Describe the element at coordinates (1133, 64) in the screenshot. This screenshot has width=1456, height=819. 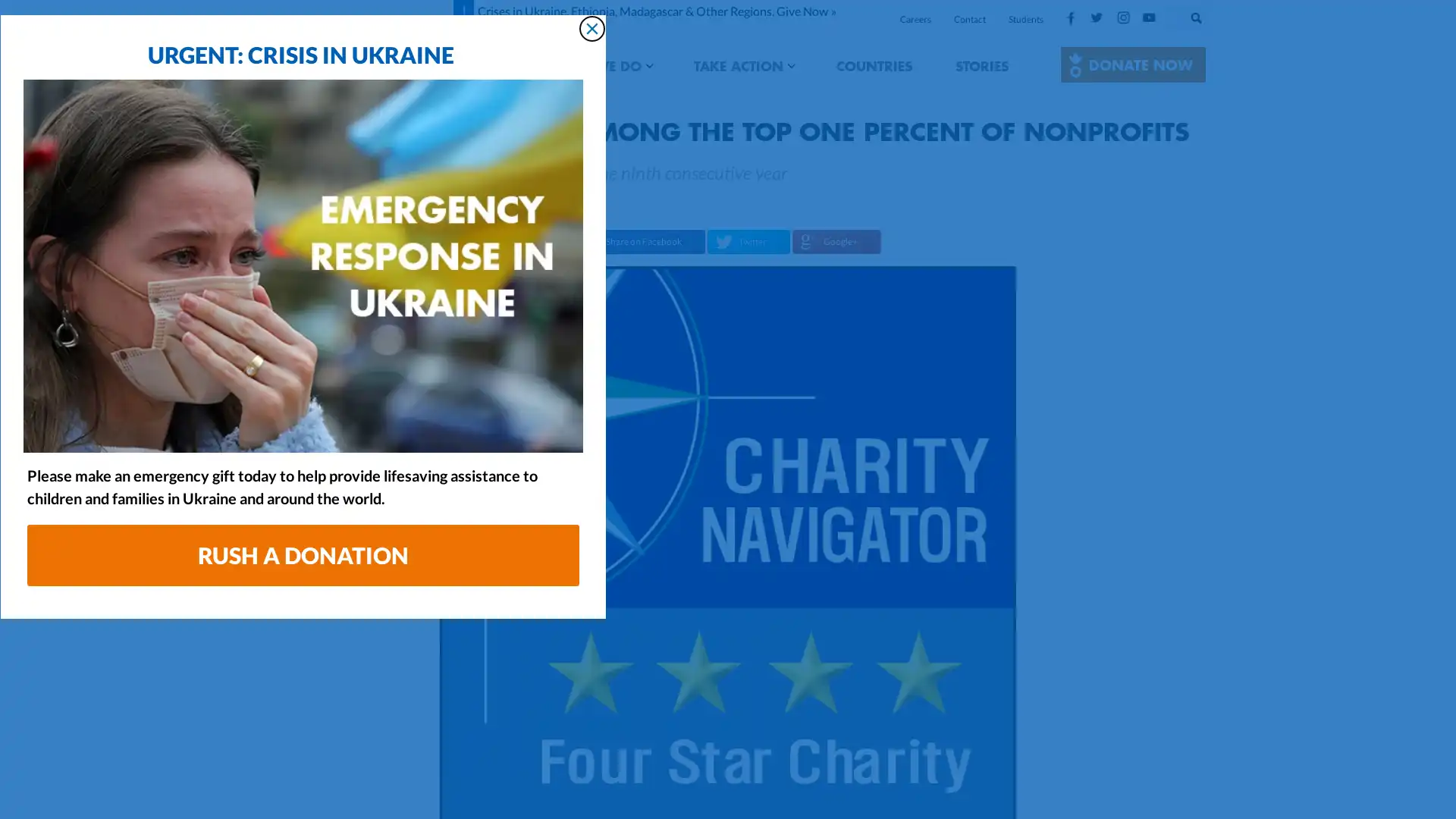
I see `Click Me` at that location.